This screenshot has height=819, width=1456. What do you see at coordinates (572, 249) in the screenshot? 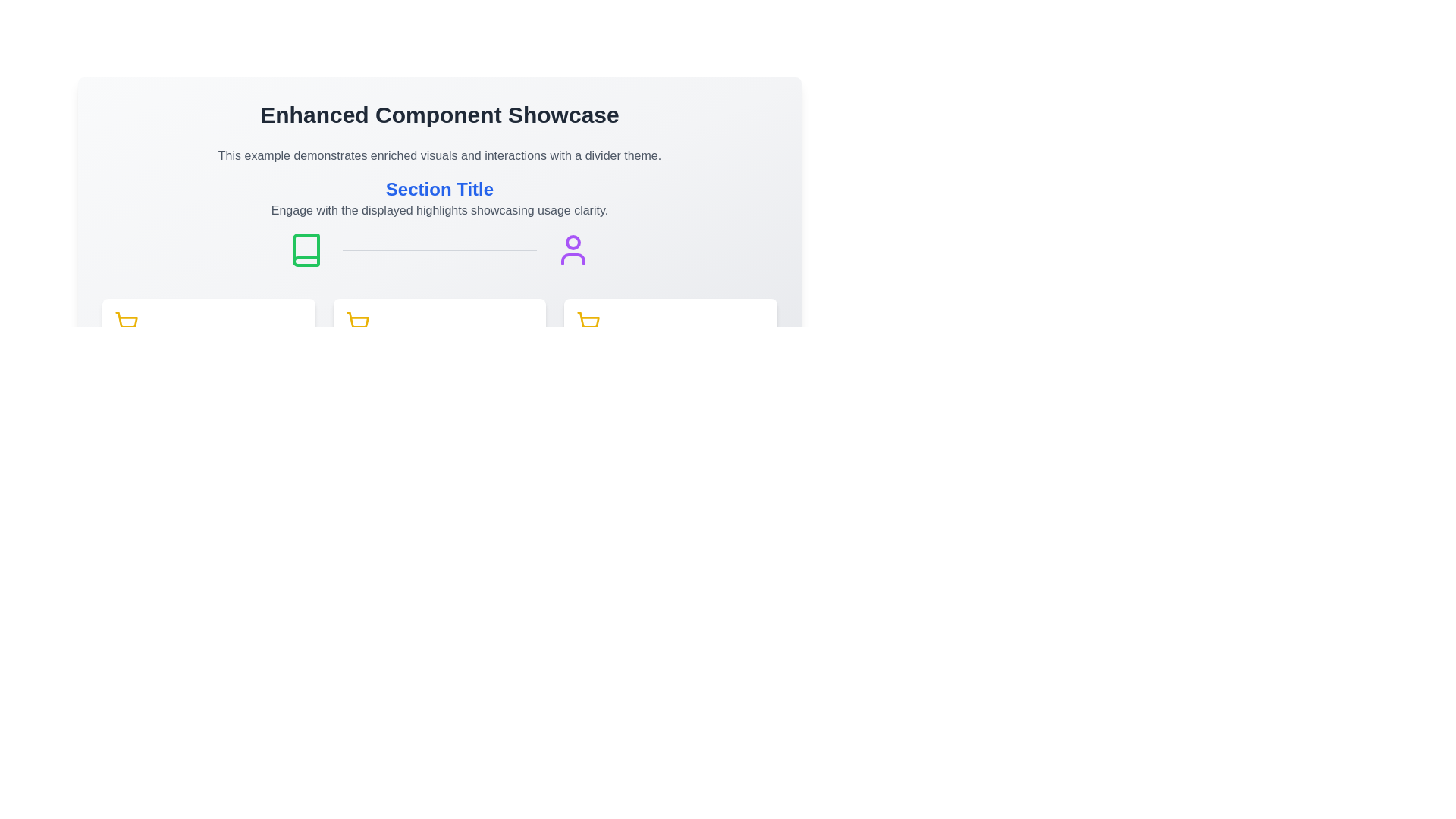
I see `the user profile icon located below the title 'Section Title', which is the third icon from the left among a trio of symbols` at bounding box center [572, 249].